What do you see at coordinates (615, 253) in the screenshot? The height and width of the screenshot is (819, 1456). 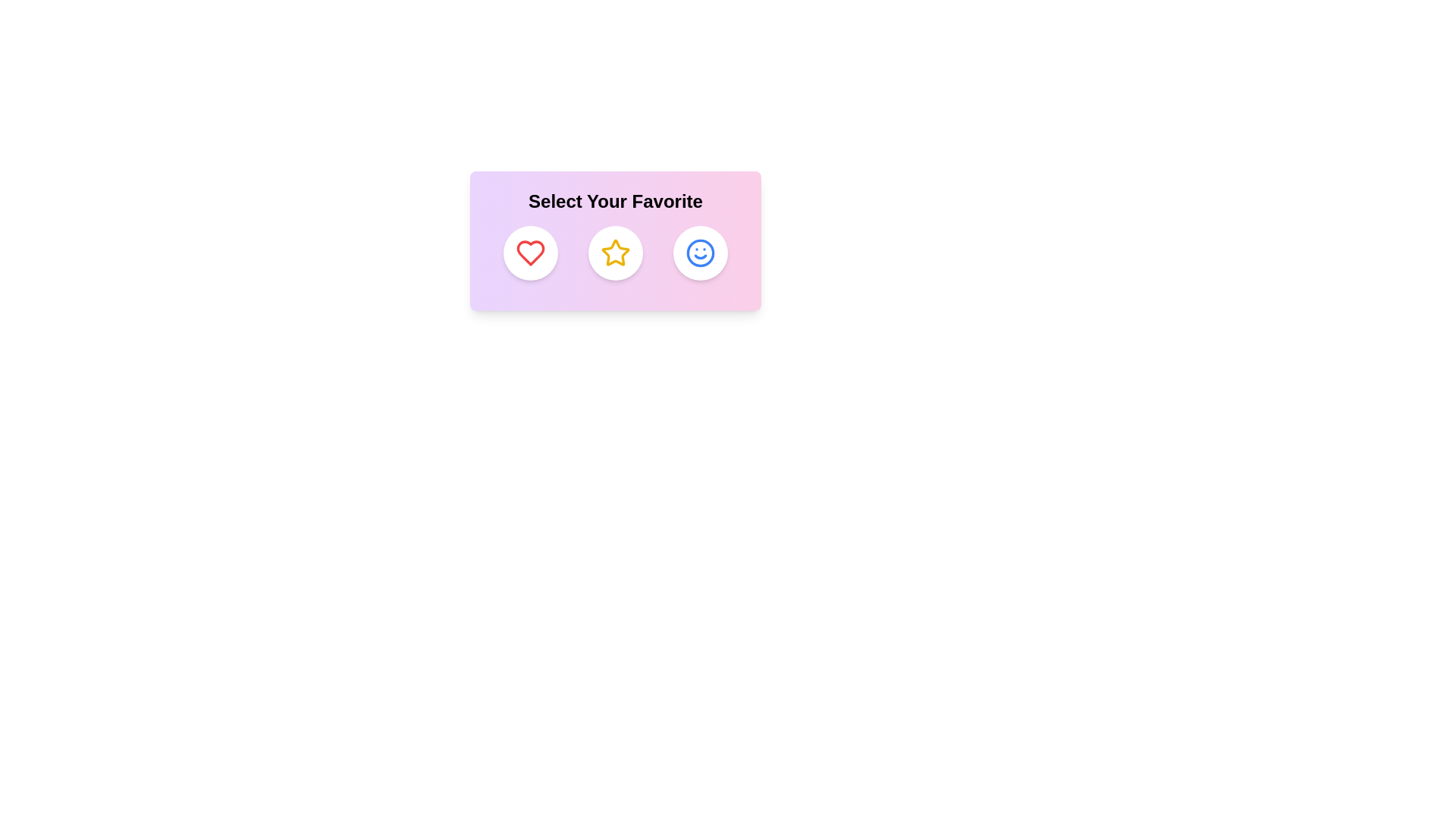 I see `the favorite option by clicking on the Star button` at bounding box center [615, 253].